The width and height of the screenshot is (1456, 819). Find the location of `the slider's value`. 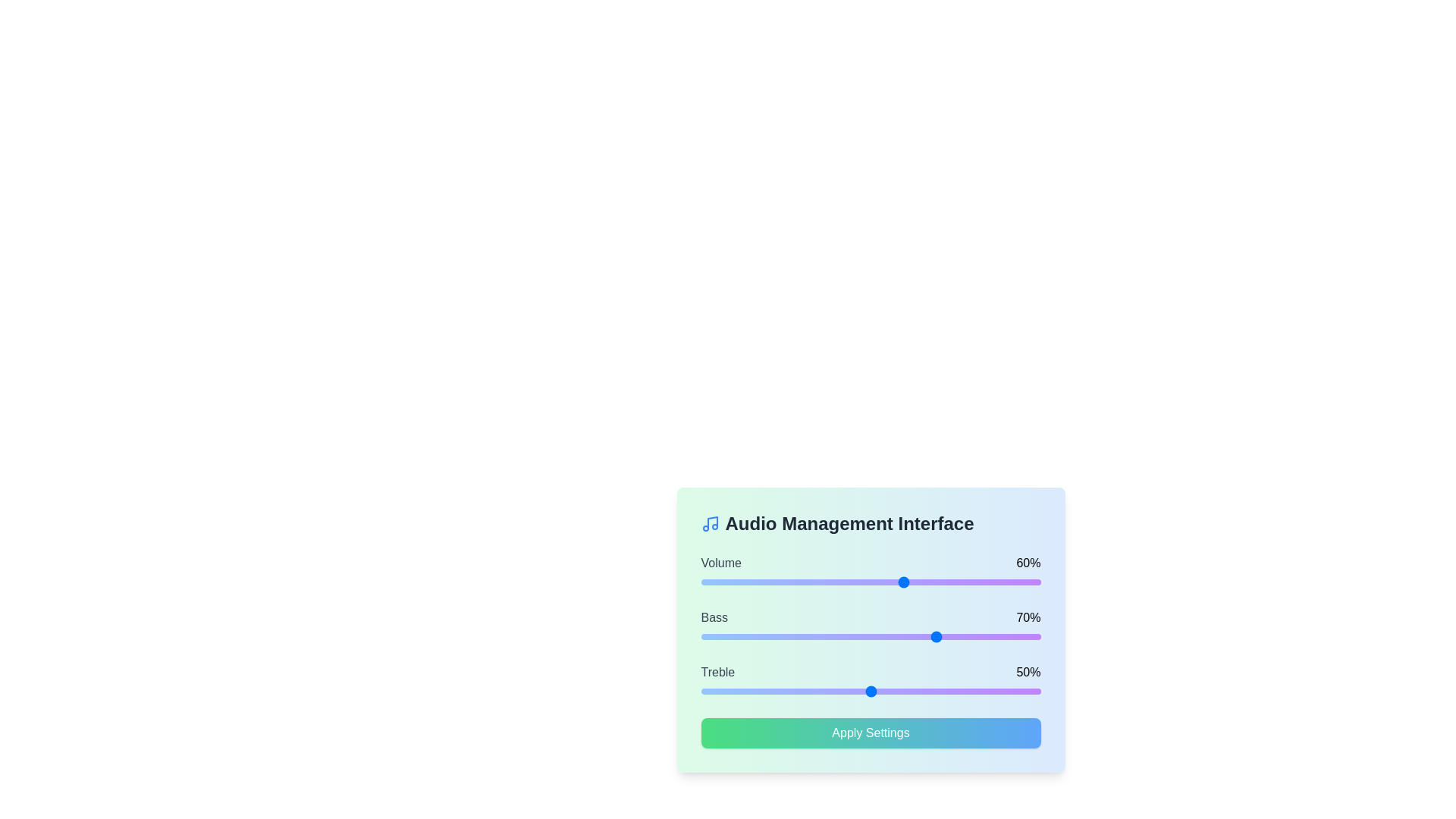

the slider's value is located at coordinates (839, 581).